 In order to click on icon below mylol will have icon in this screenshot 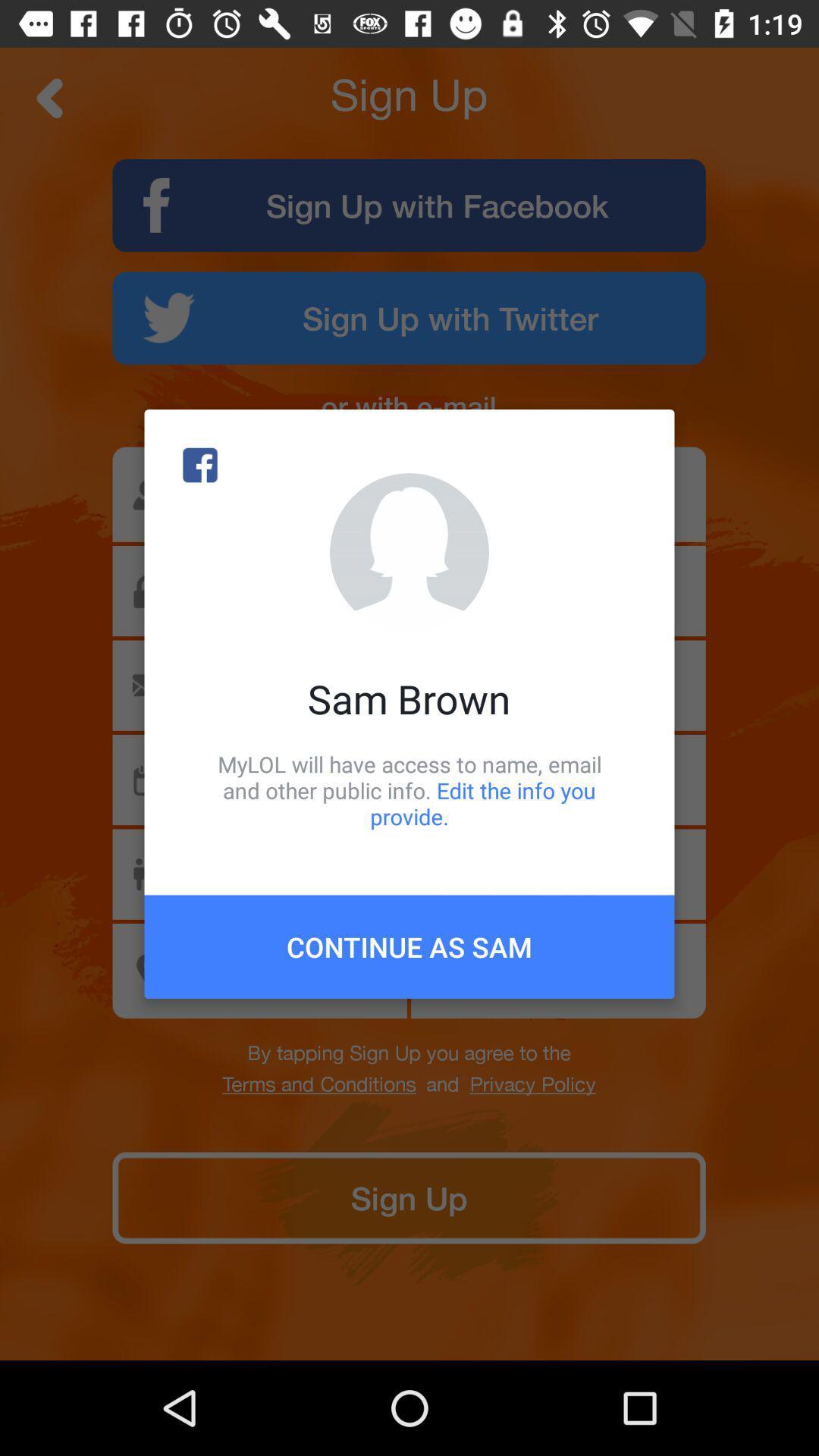, I will do `click(409, 946)`.